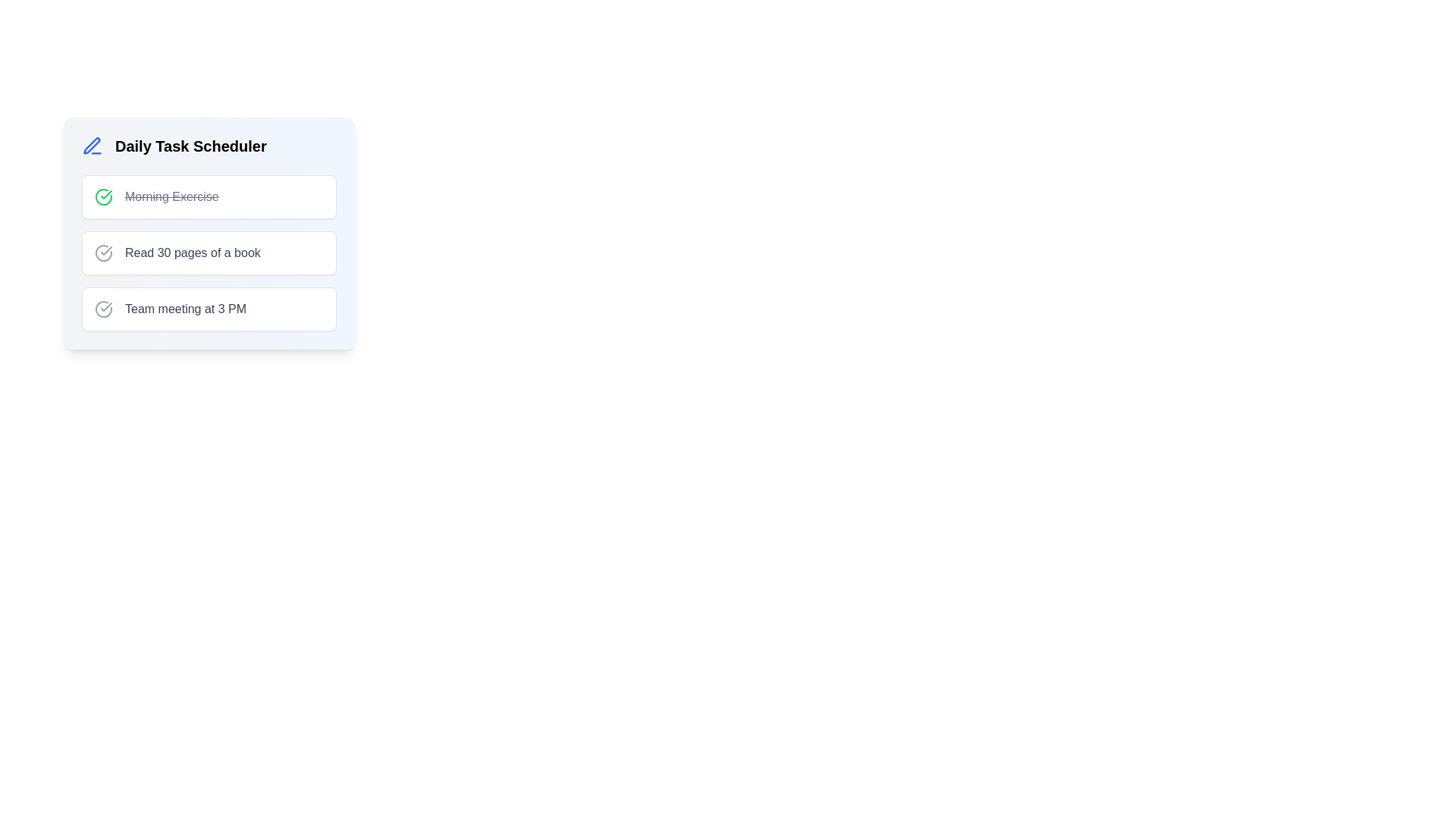 The width and height of the screenshot is (1456, 819). What do you see at coordinates (103, 253) in the screenshot?
I see `the light gray check mark icon located in the second entry of the task list to mark the task 'Read 30 pages of a book' as completed` at bounding box center [103, 253].